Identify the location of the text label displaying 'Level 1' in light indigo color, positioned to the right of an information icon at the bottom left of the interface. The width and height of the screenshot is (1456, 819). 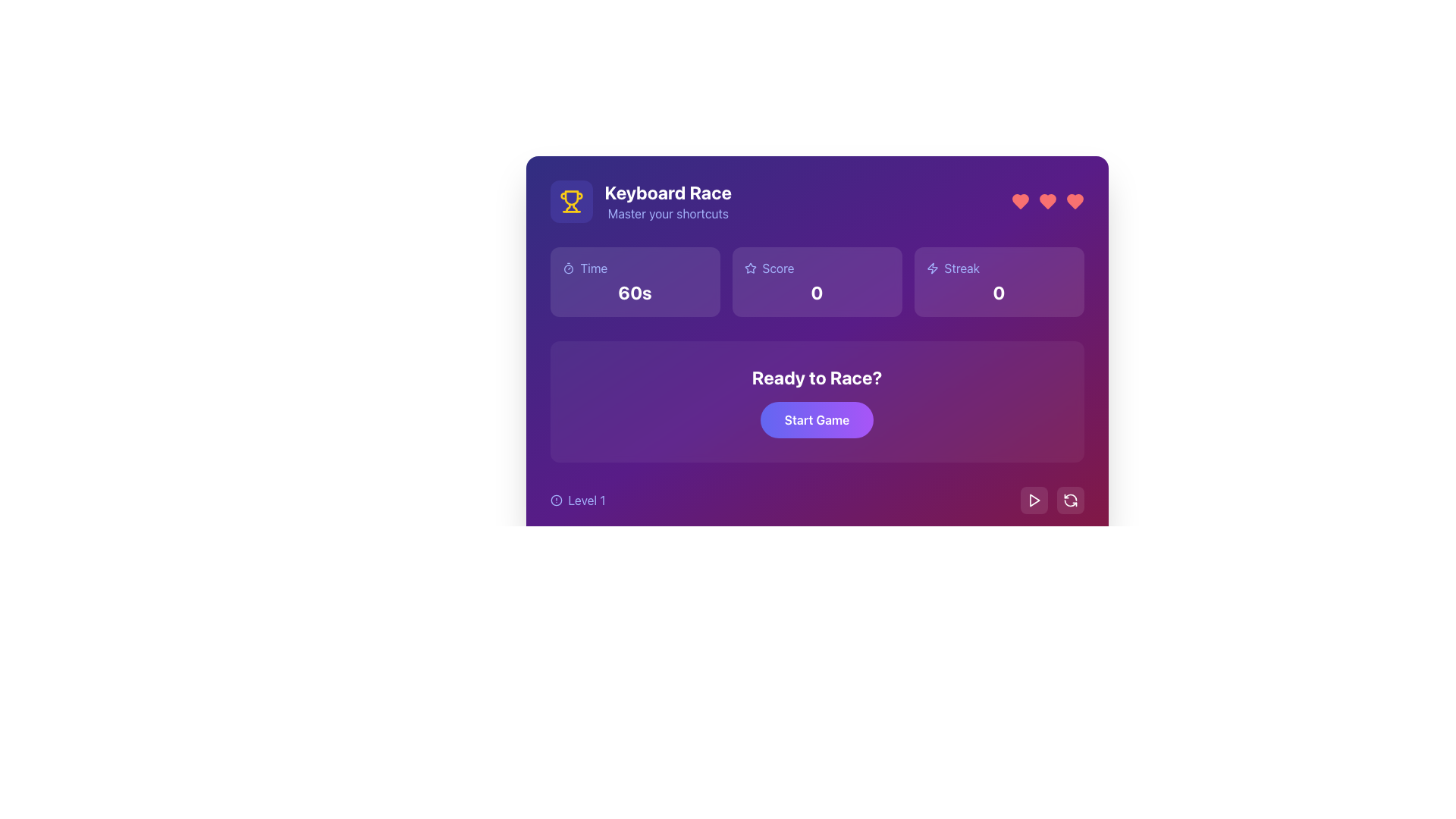
(585, 500).